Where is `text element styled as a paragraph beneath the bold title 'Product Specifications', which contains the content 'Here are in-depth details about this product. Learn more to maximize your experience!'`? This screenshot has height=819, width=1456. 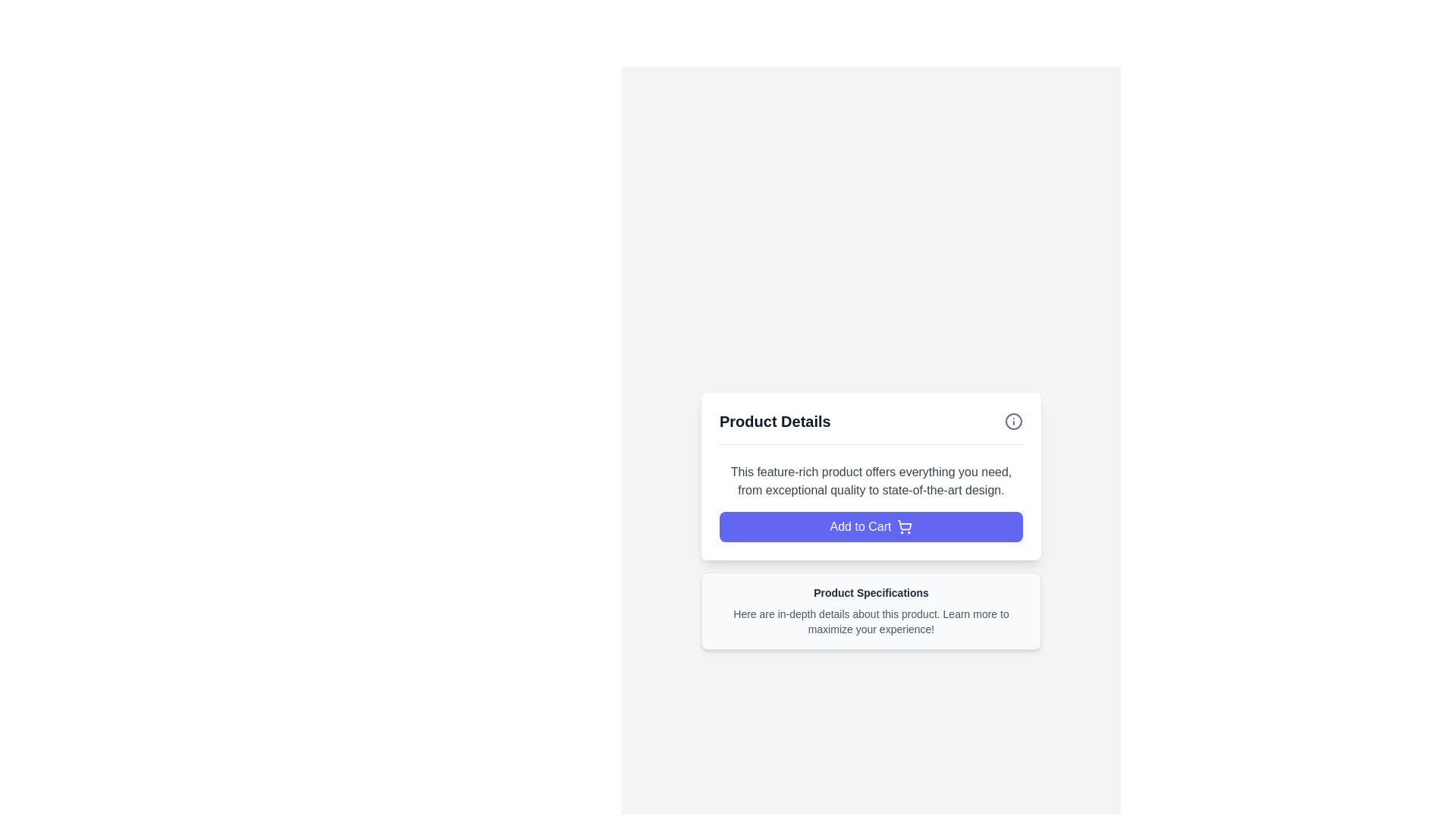
text element styled as a paragraph beneath the bold title 'Product Specifications', which contains the content 'Here are in-depth details about this product. Learn more to maximize your experience!' is located at coordinates (871, 620).